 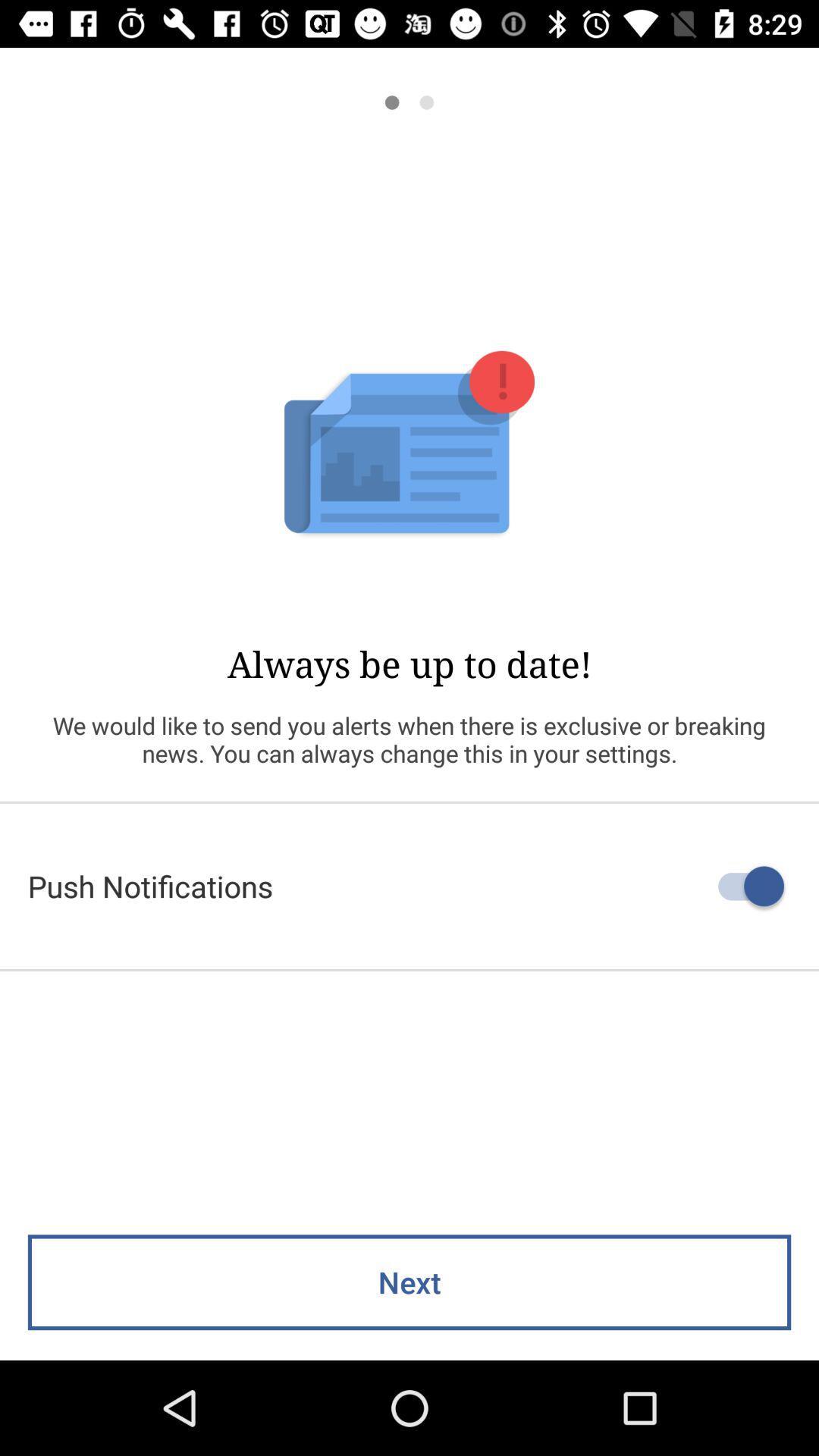 What do you see at coordinates (409, 1282) in the screenshot?
I see `the next` at bounding box center [409, 1282].